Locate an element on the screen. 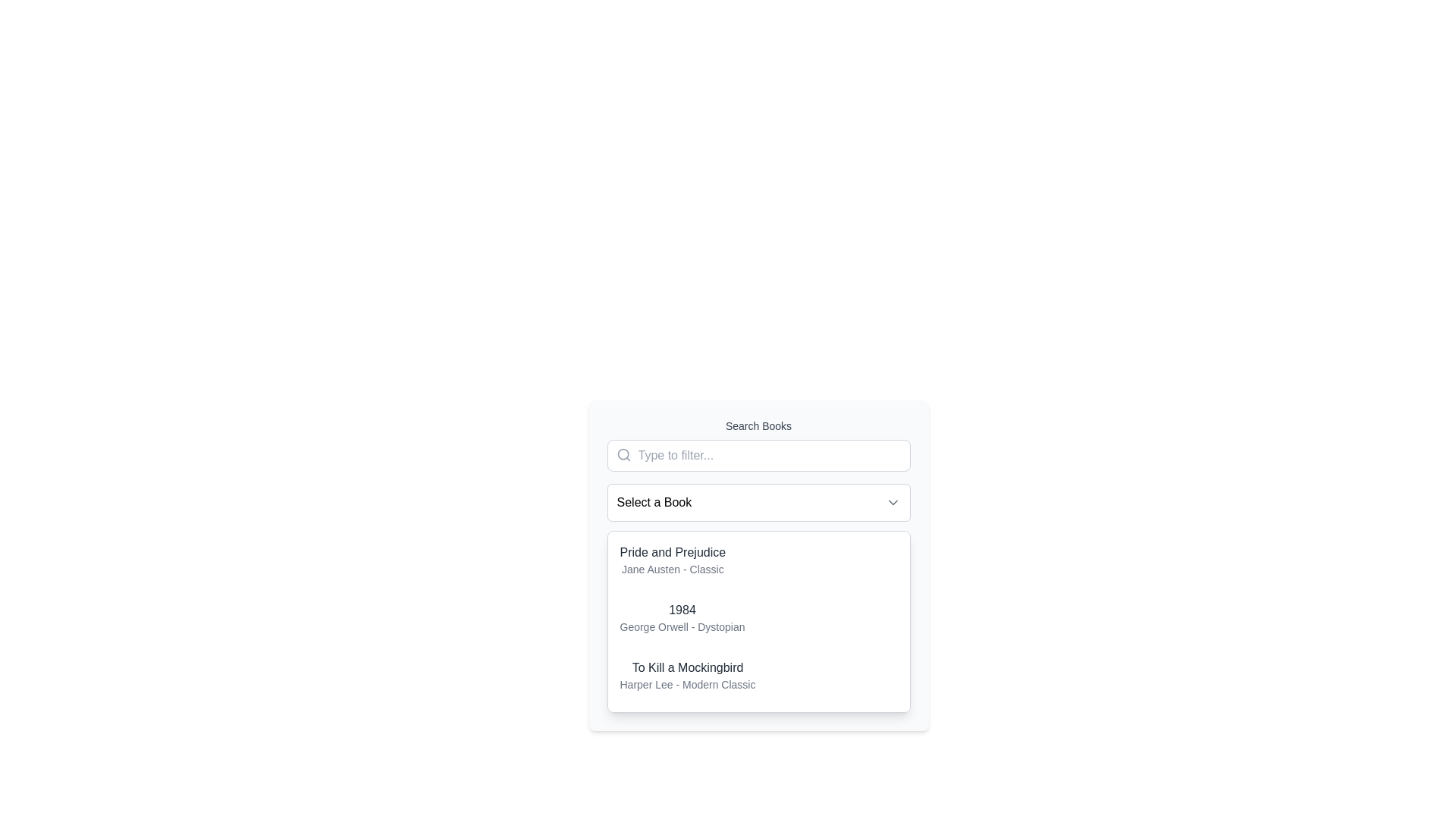  the list item displaying the book title '1984' by George Orwell is located at coordinates (758, 617).